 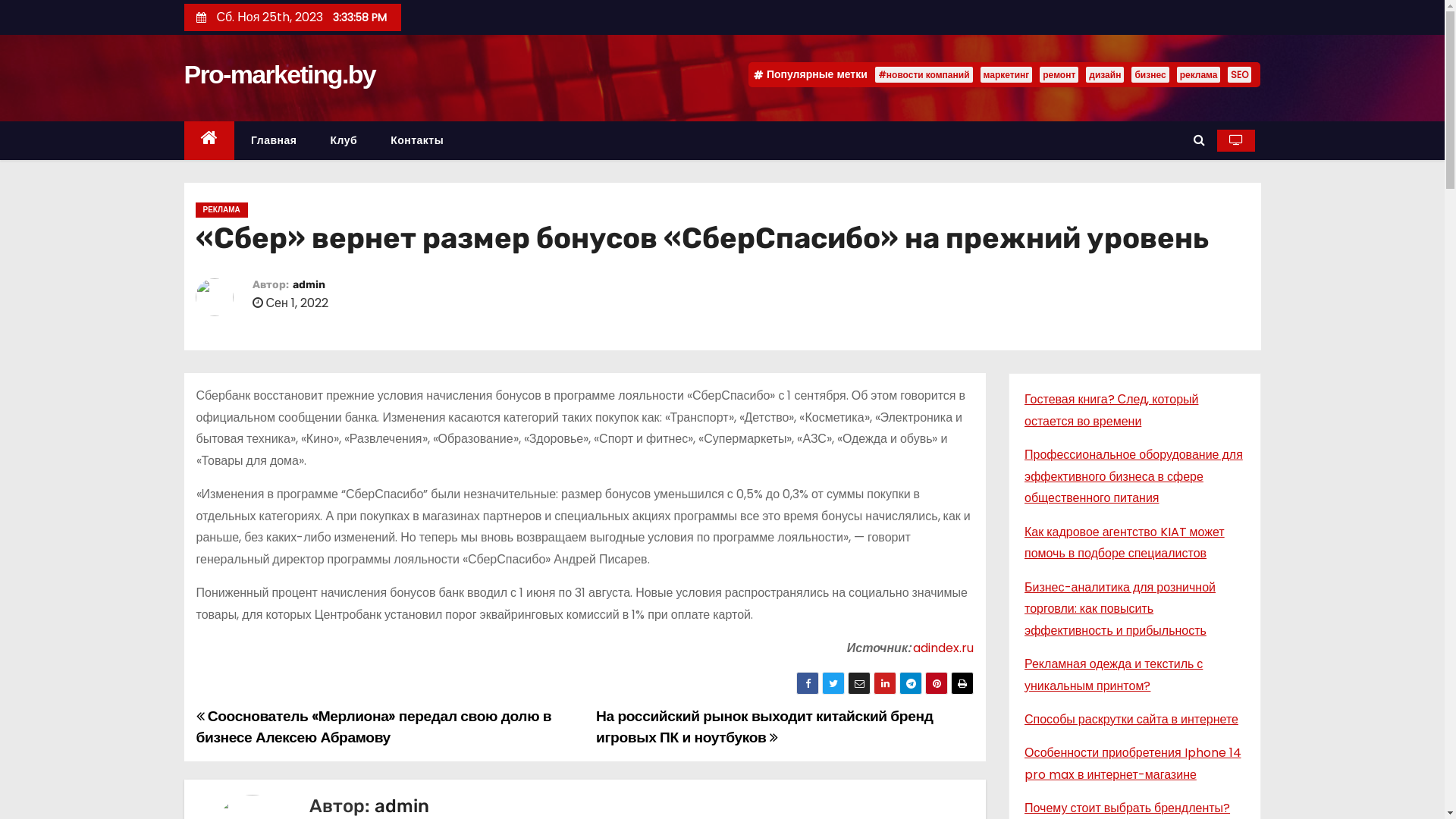 I want to click on 'admin', so click(x=401, y=805).